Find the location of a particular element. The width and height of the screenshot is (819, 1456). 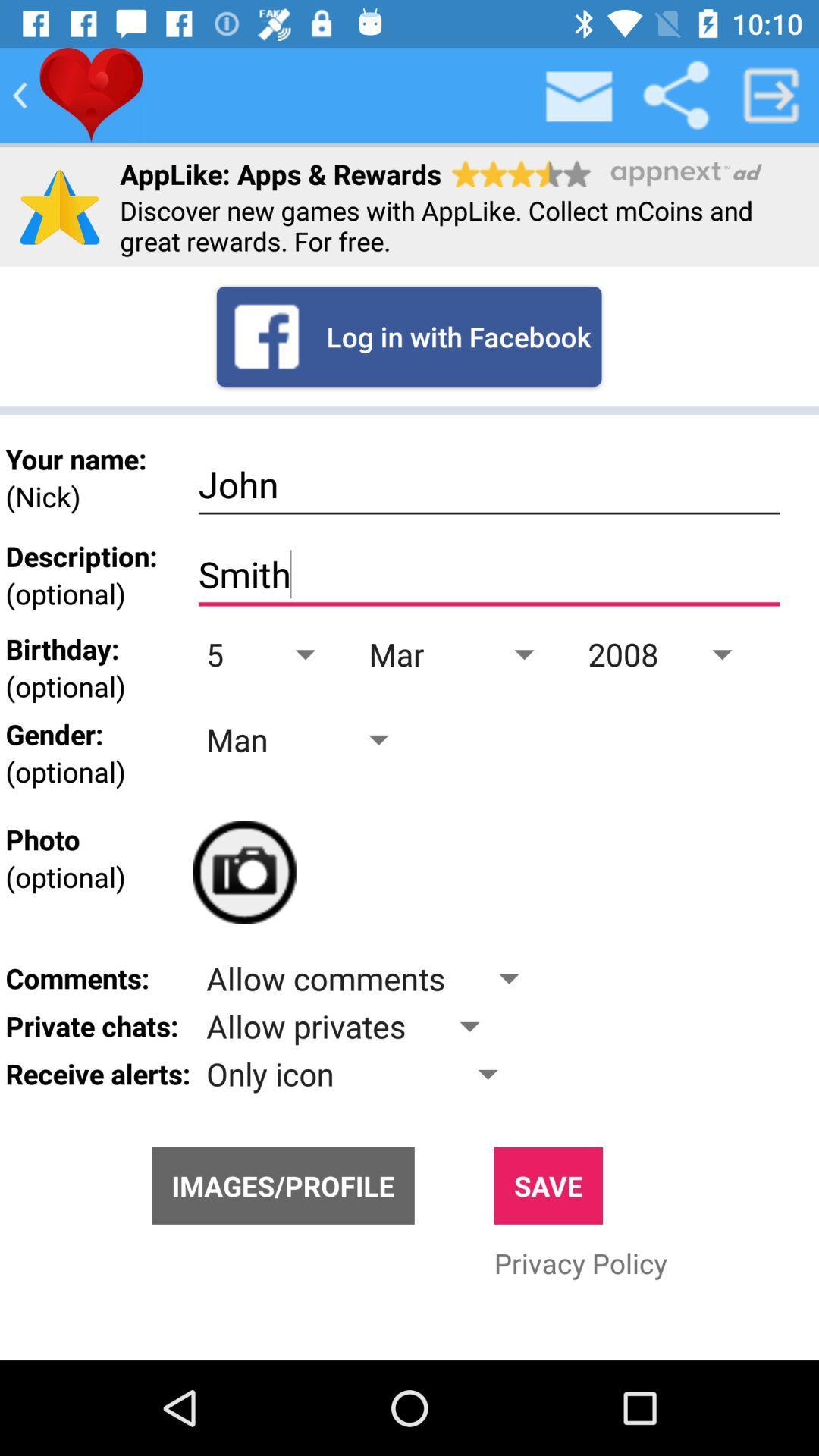

the share icon is located at coordinates (675, 94).